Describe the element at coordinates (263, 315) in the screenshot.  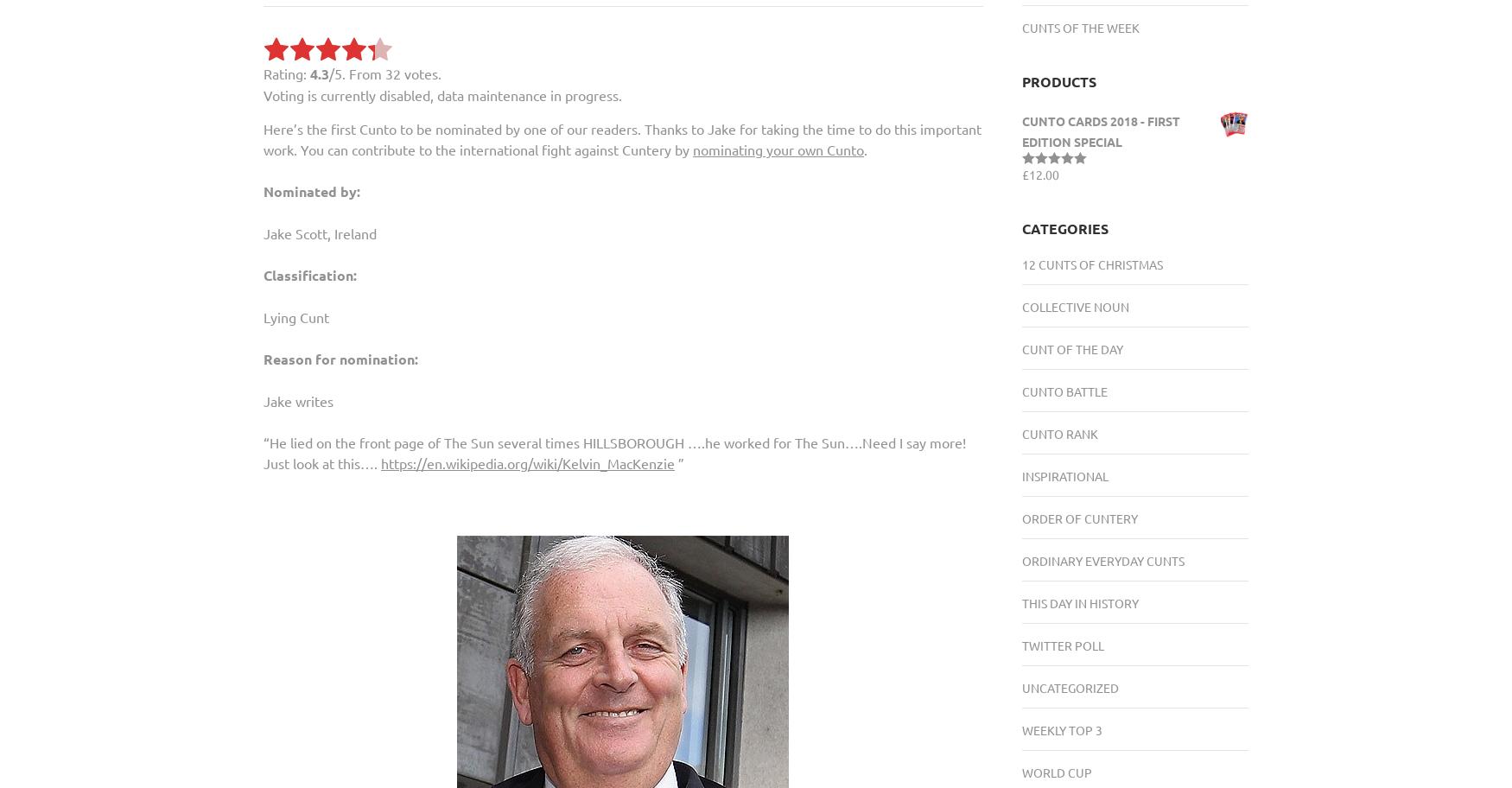
I see `'Lying Cunt'` at that location.